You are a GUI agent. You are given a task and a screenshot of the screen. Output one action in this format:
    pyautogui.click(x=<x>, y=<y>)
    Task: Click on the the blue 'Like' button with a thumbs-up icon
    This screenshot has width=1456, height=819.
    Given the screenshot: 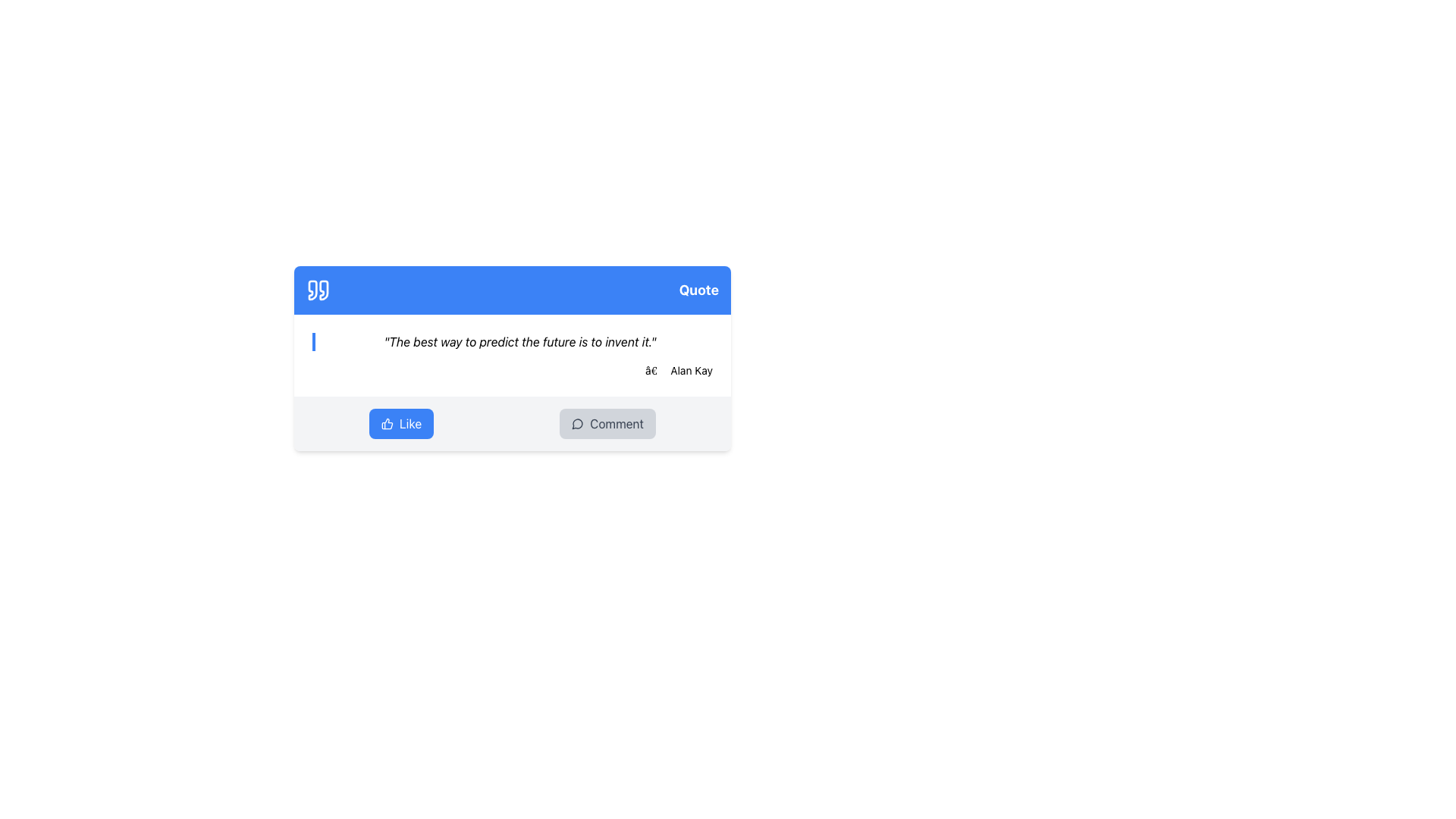 What is the action you would take?
    pyautogui.click(x=401, y=424)
    